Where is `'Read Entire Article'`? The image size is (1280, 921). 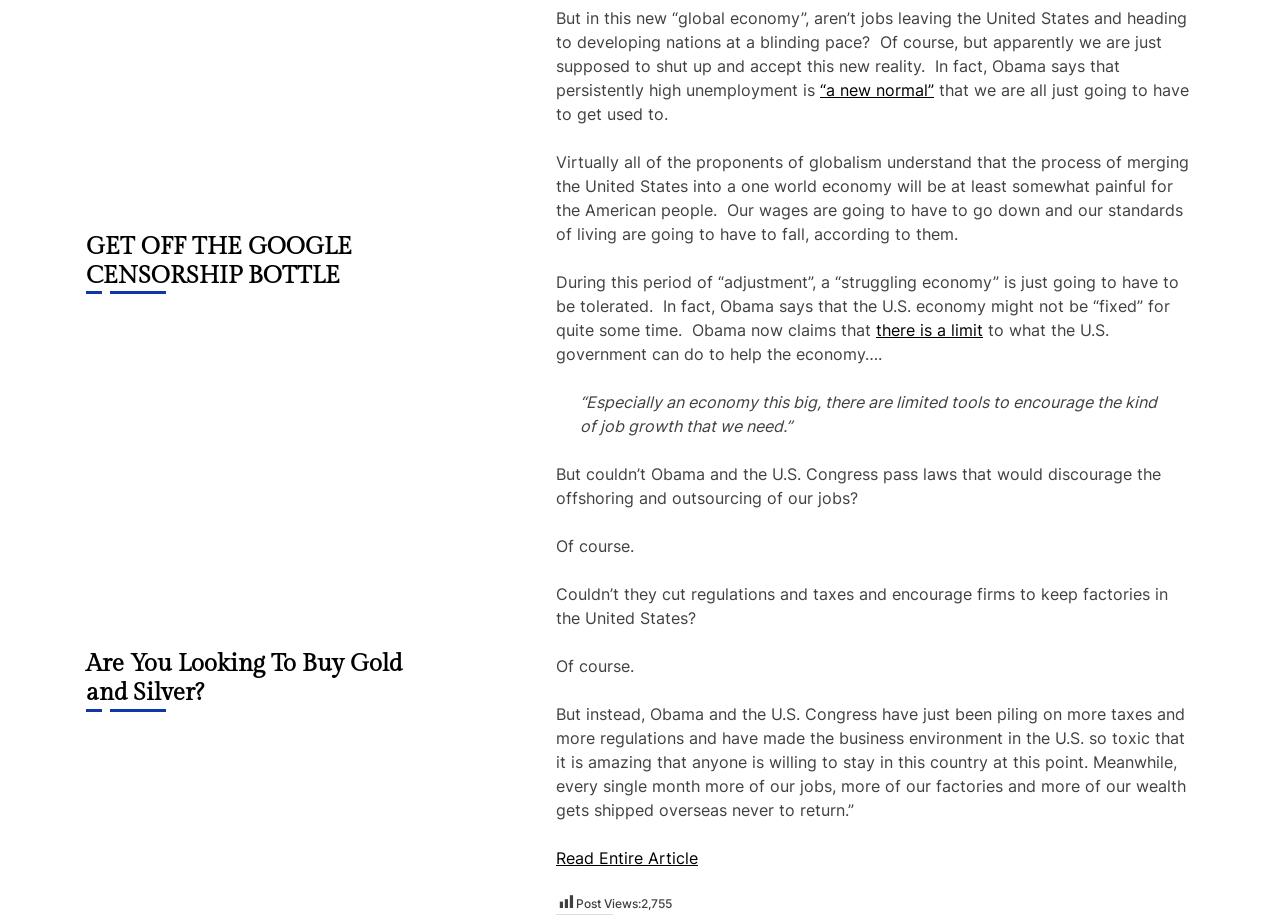
'Read Entire Article' is located at coordinates (625, 857).